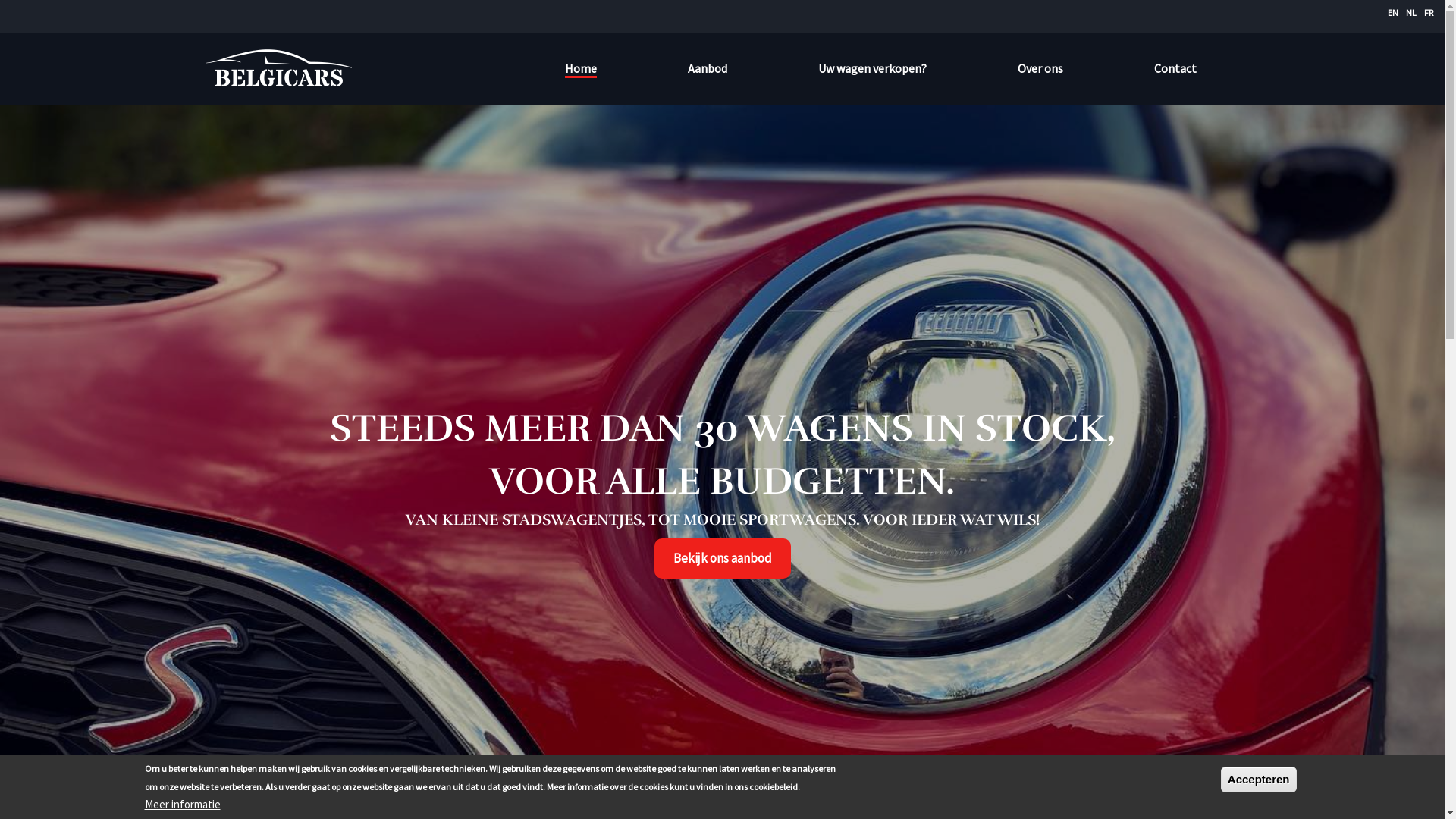 The height and width of the screenshot is (819, 1456). I want to click on 'Overslaan en naar de inhoud gaan', so click(0, 0).